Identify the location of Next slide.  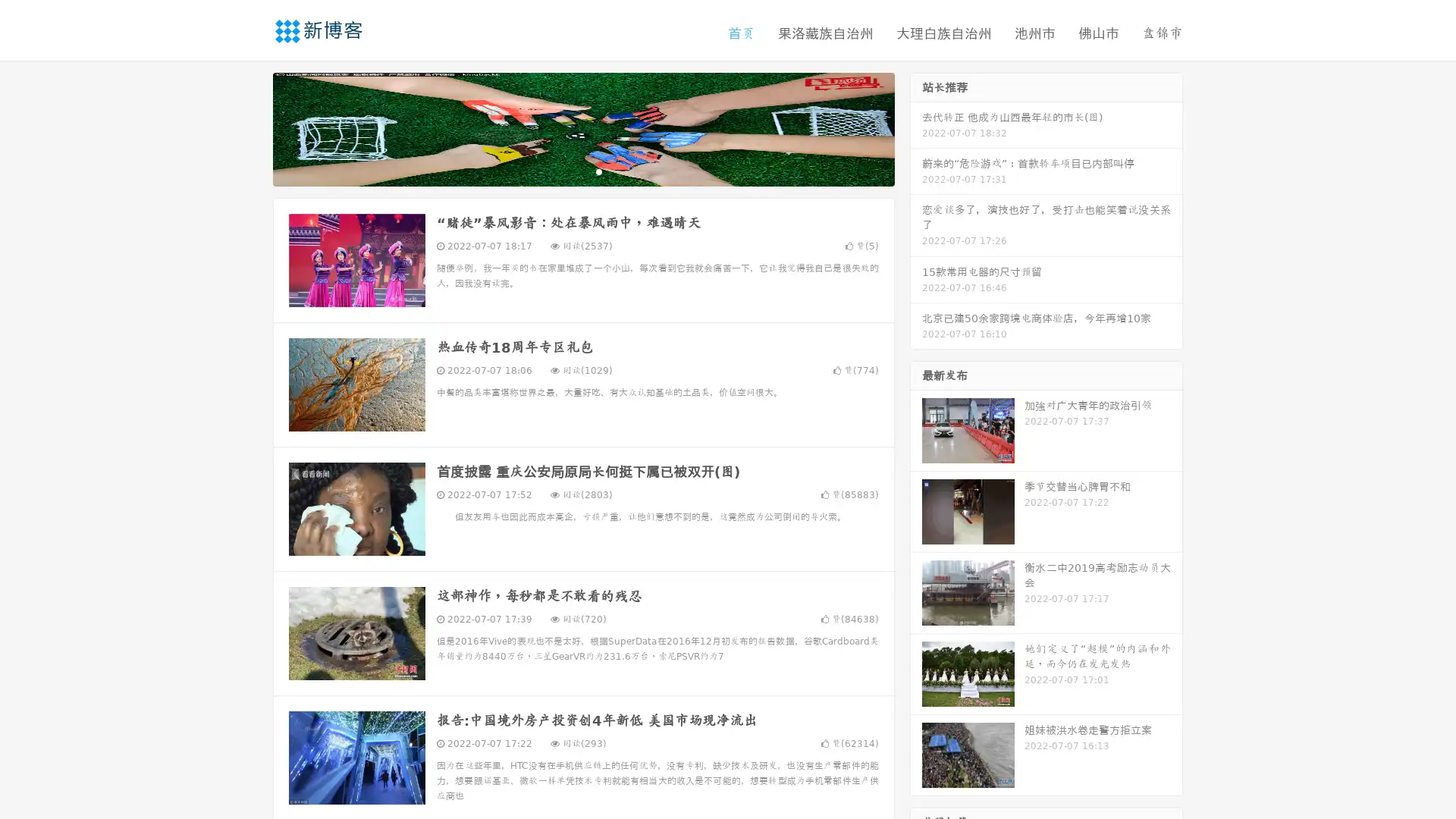
(916, 127).